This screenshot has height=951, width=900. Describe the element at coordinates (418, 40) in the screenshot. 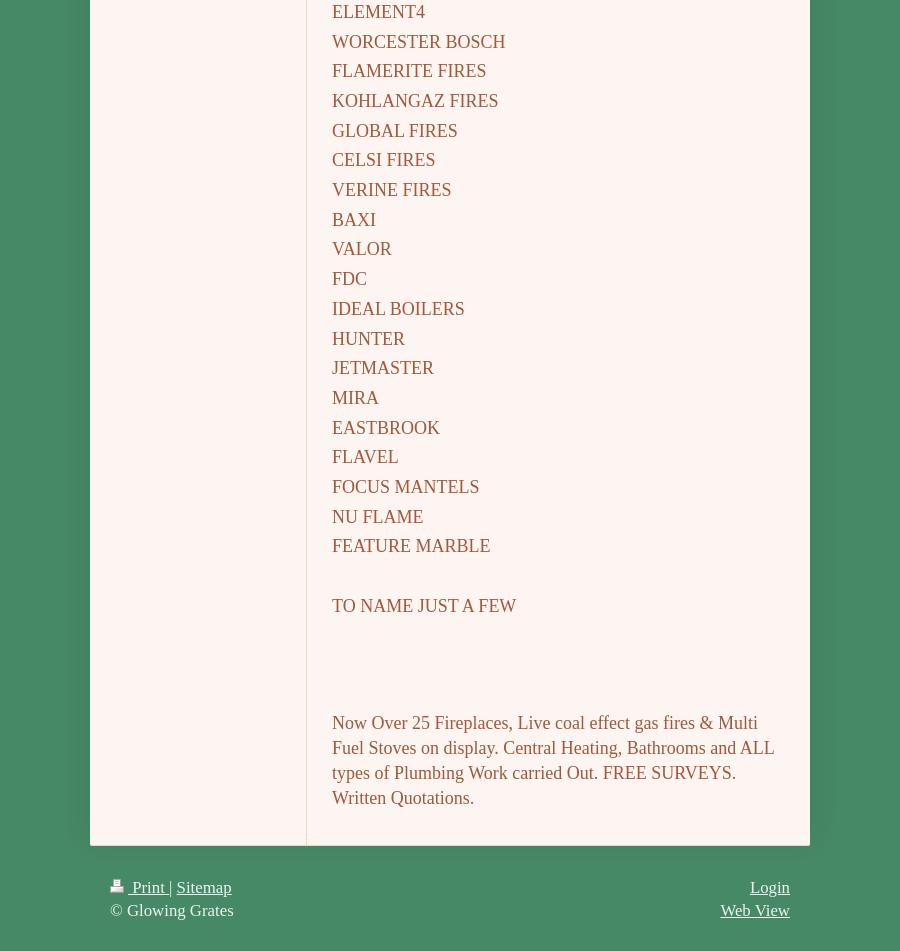

I see `'WORCESTER BOSCH'` at that location.